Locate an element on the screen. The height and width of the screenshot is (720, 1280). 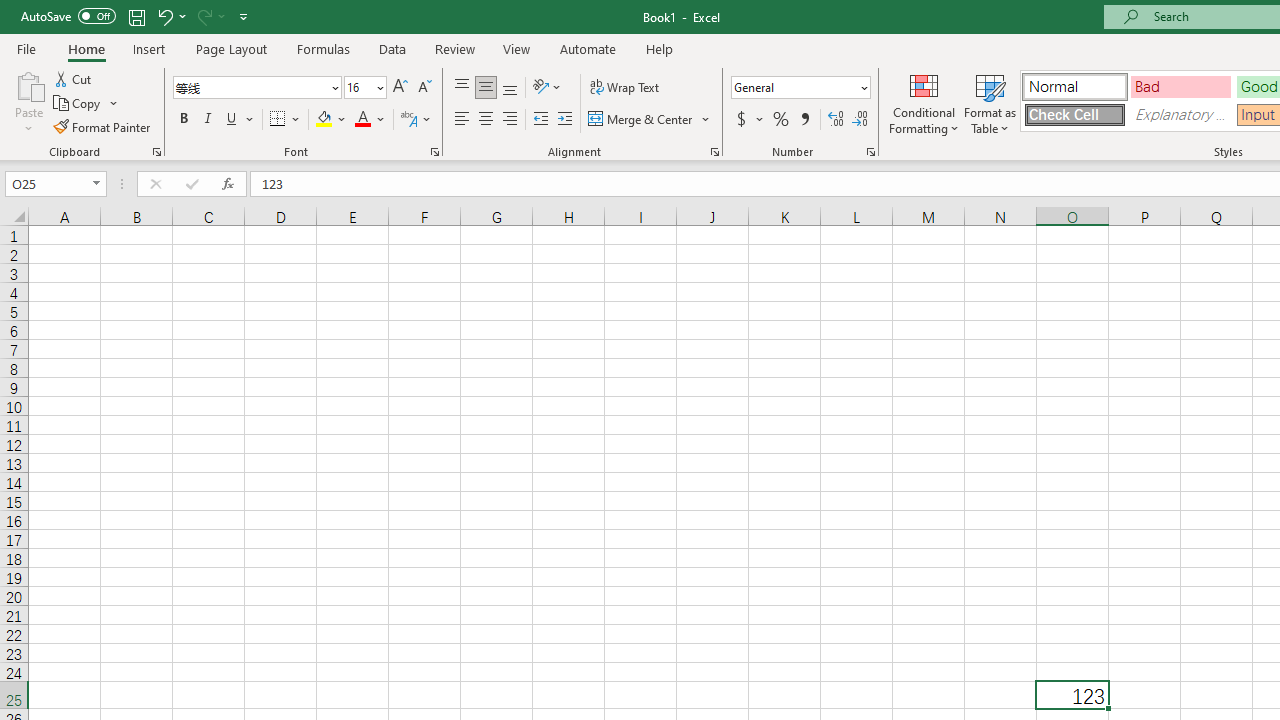
'Format Painter' is located at coordinates (102, 127).